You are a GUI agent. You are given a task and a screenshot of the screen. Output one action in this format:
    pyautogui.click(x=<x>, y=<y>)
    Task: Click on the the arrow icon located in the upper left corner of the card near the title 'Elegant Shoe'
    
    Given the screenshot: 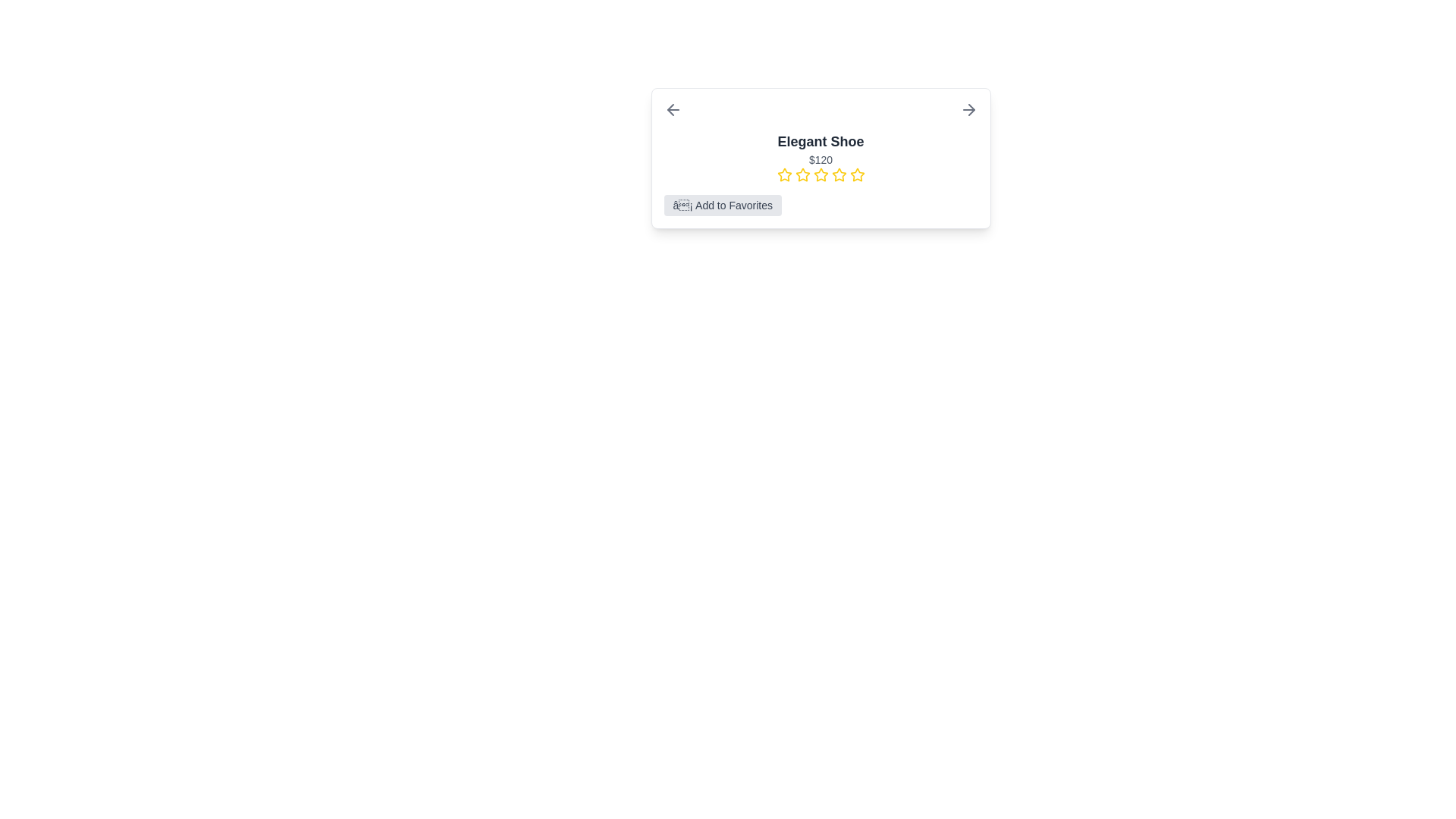 What is the action you would take?
    pyautogui.click(x=669, y=109)
    